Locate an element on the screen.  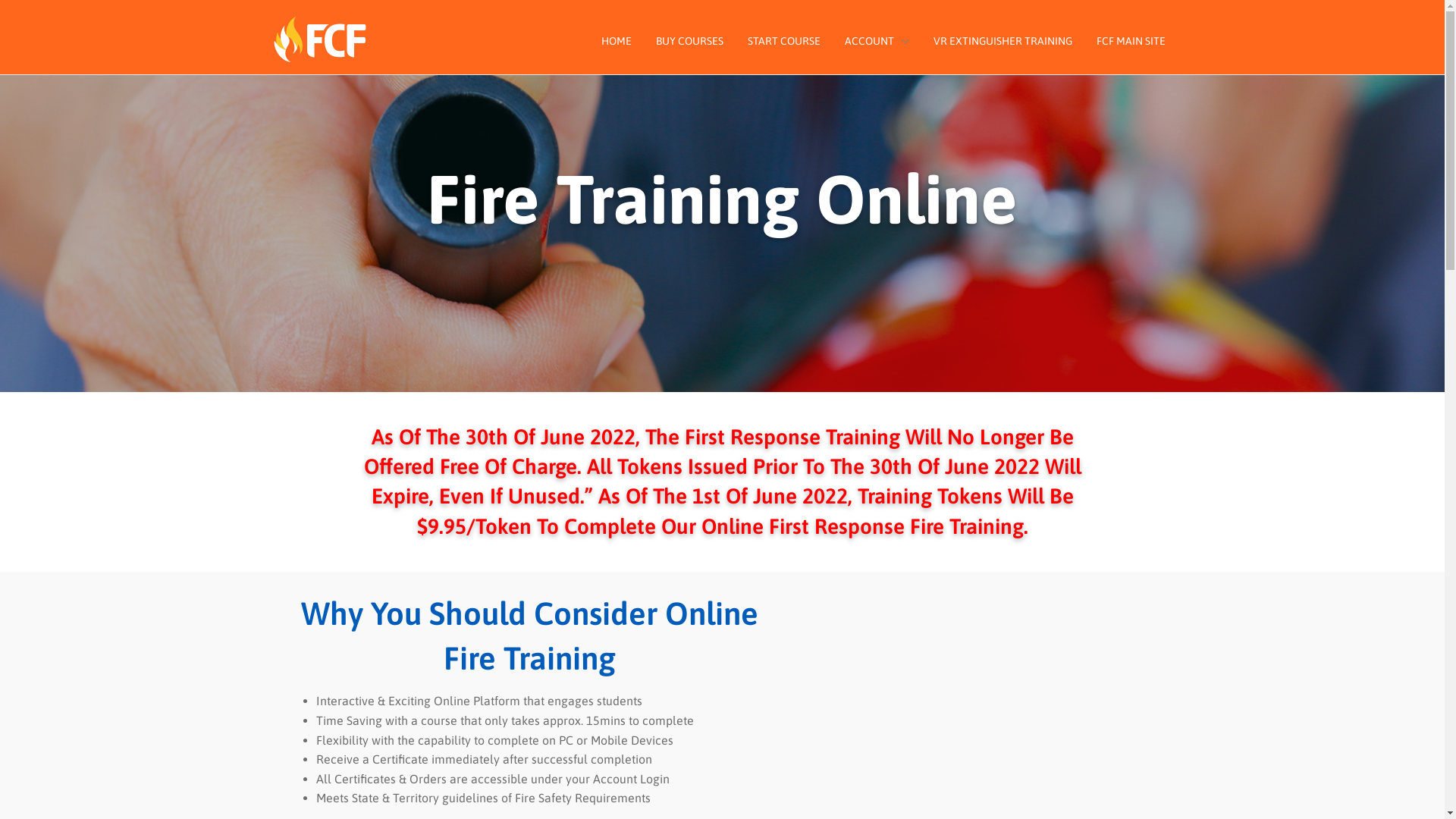
'VR EXTINGUISHER TRAINING' is located at coordinates (1002, 39).